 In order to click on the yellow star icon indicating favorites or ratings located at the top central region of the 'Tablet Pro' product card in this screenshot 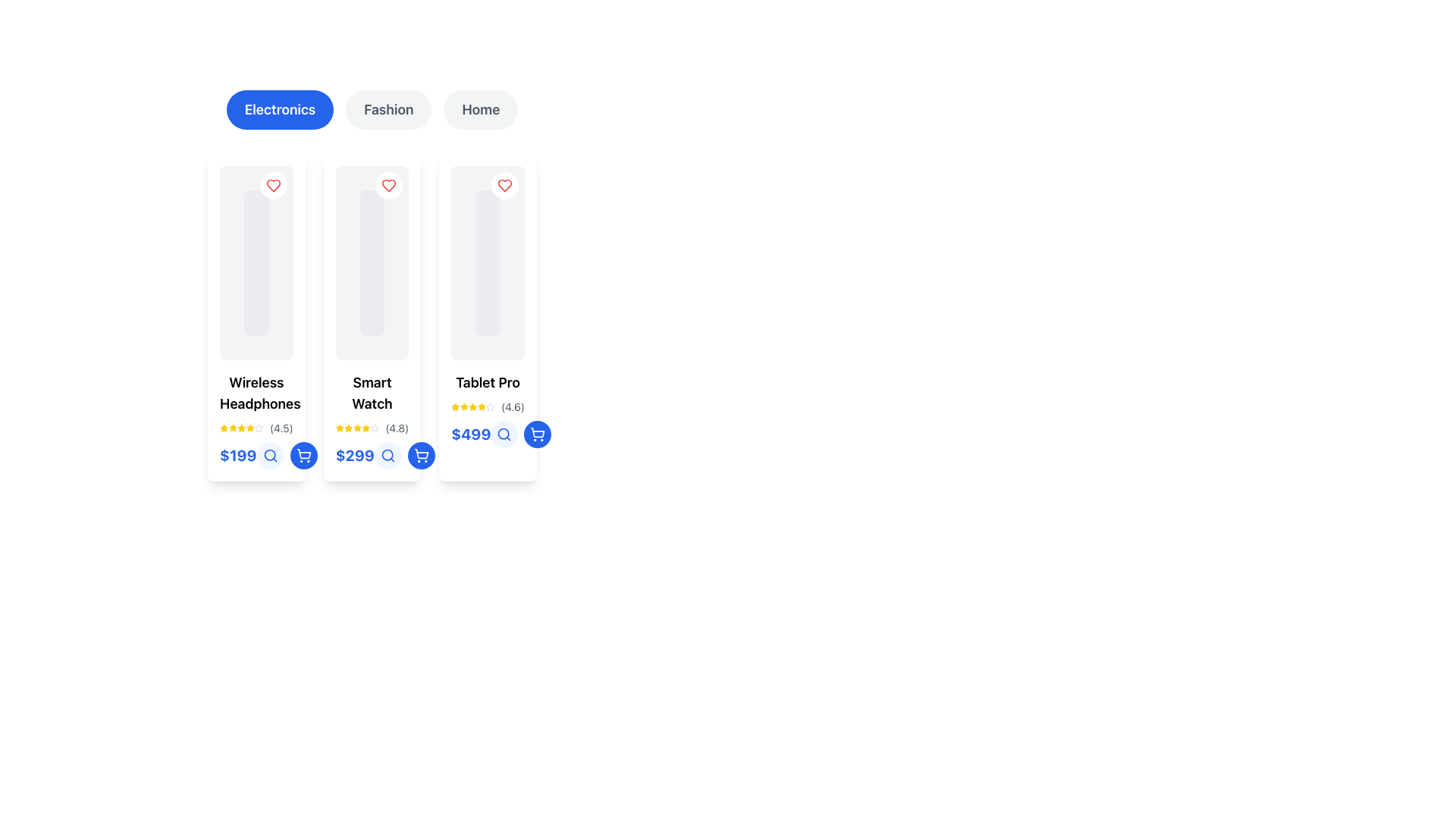, I will do `click(463, 406)`.